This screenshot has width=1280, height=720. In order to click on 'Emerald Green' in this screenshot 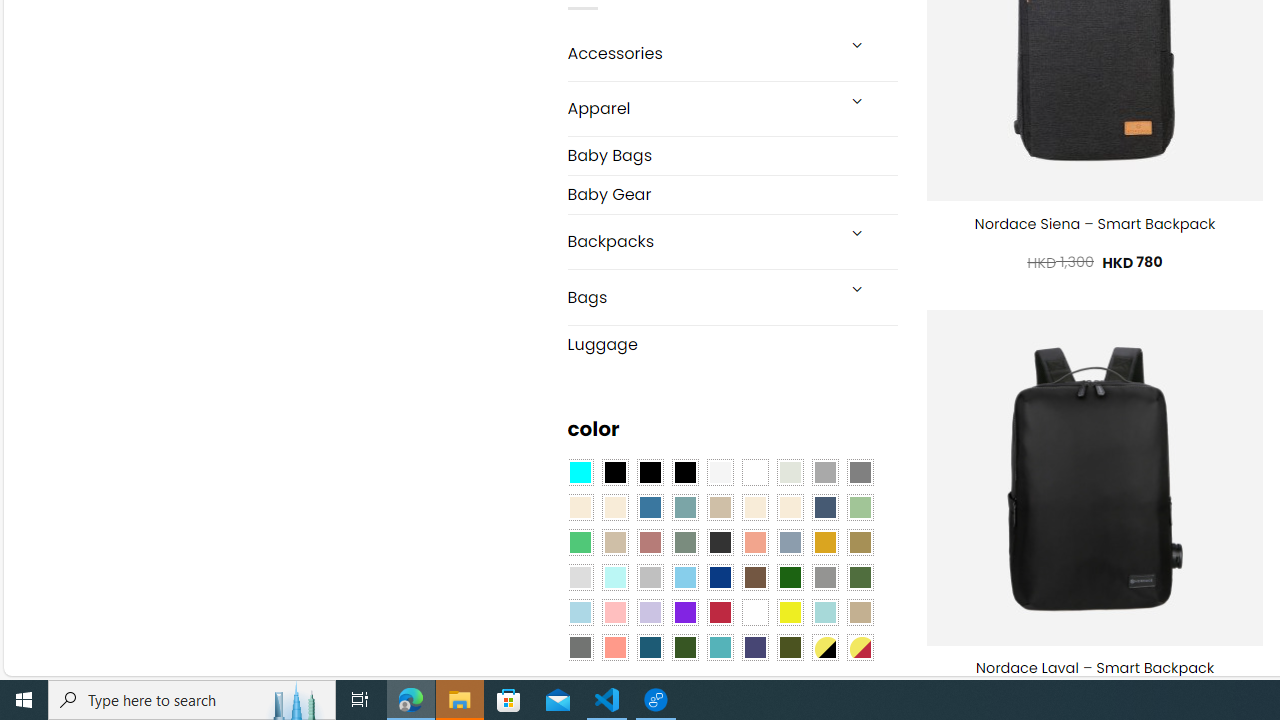, I will do `click(578, 542)`.